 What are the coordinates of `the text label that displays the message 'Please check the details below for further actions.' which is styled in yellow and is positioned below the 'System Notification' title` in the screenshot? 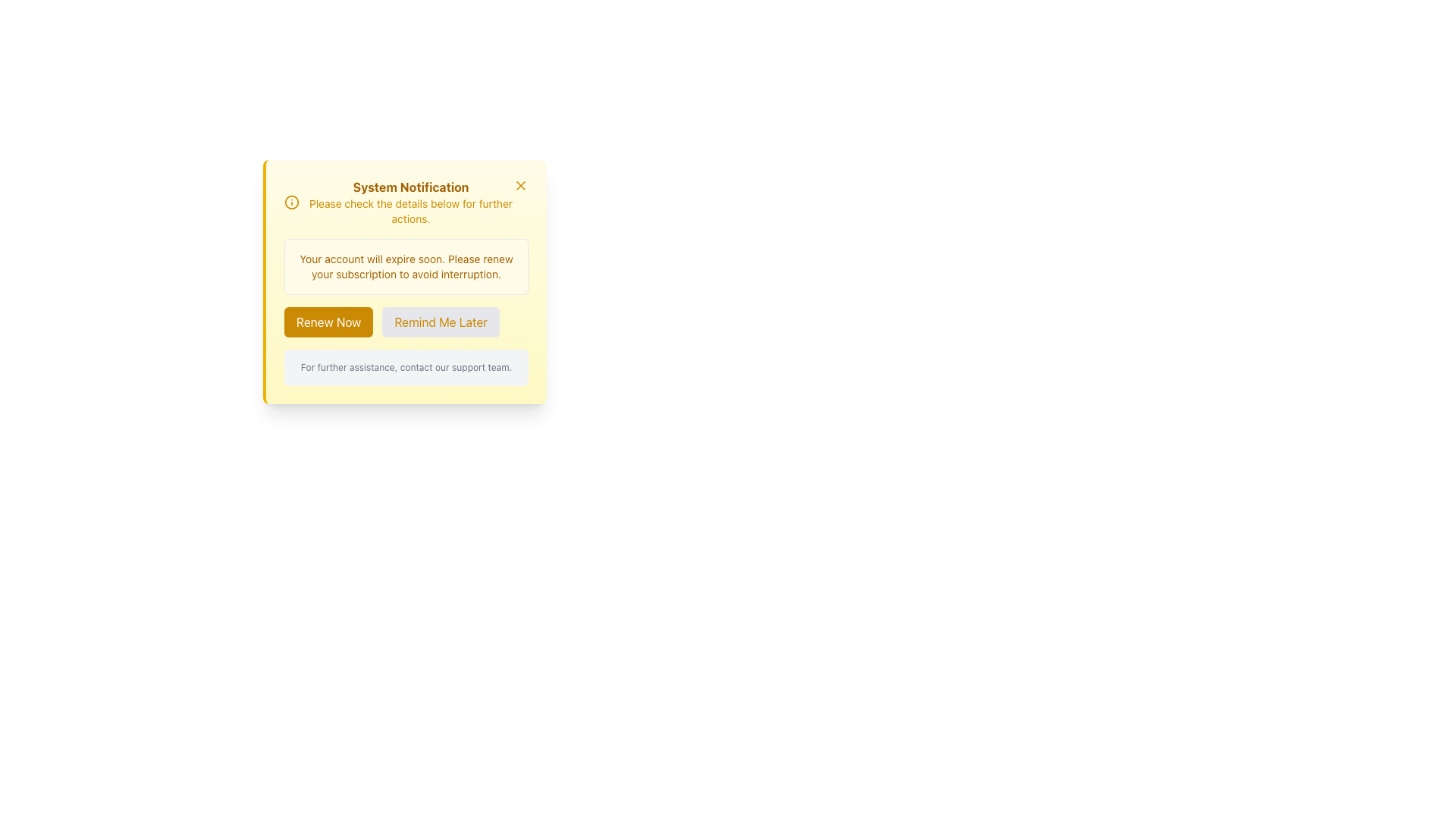 It's located at (411, 211).